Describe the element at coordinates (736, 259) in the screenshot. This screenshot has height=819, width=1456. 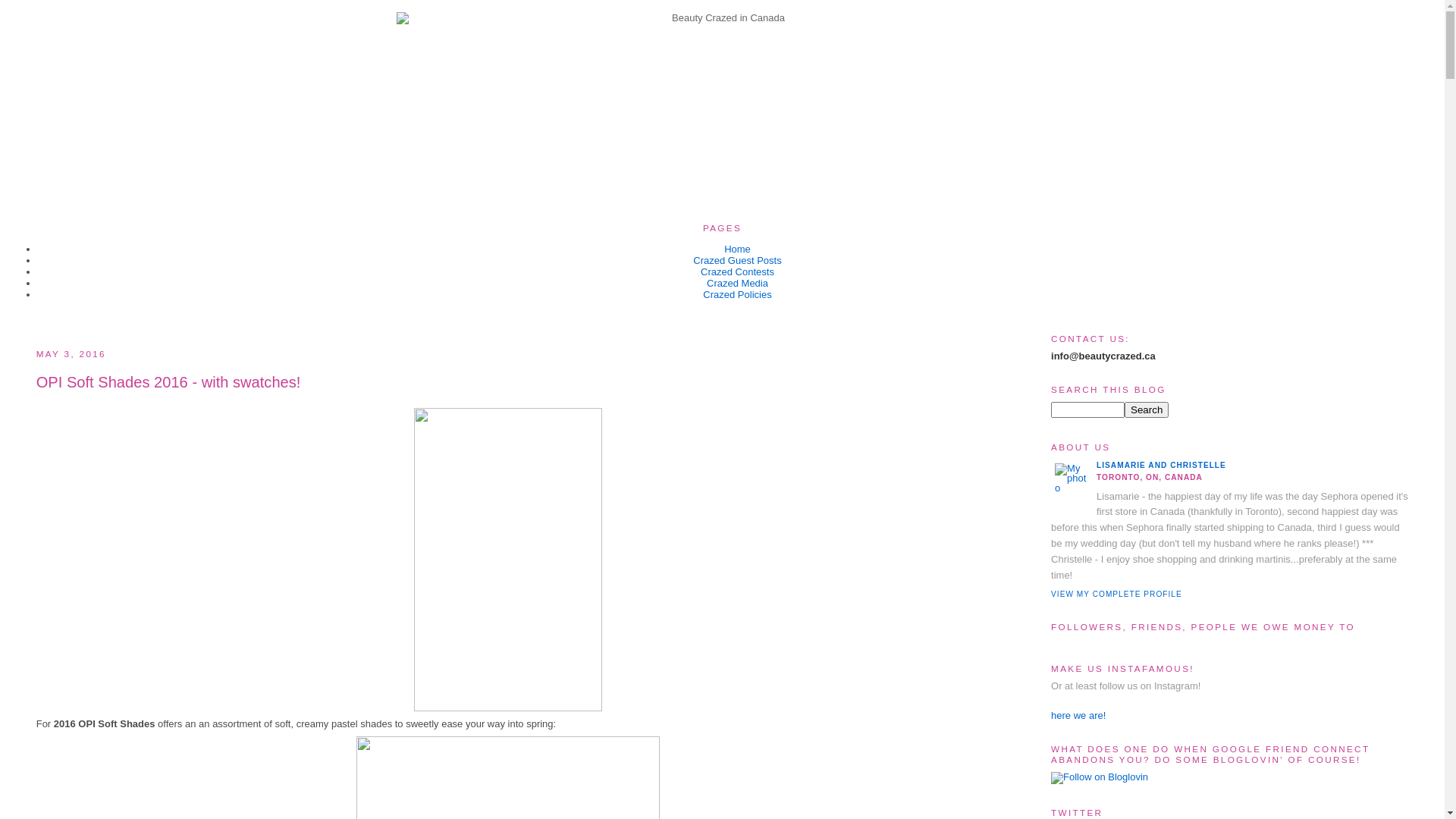
I see `'Crazed Guest Posts'` at that location.